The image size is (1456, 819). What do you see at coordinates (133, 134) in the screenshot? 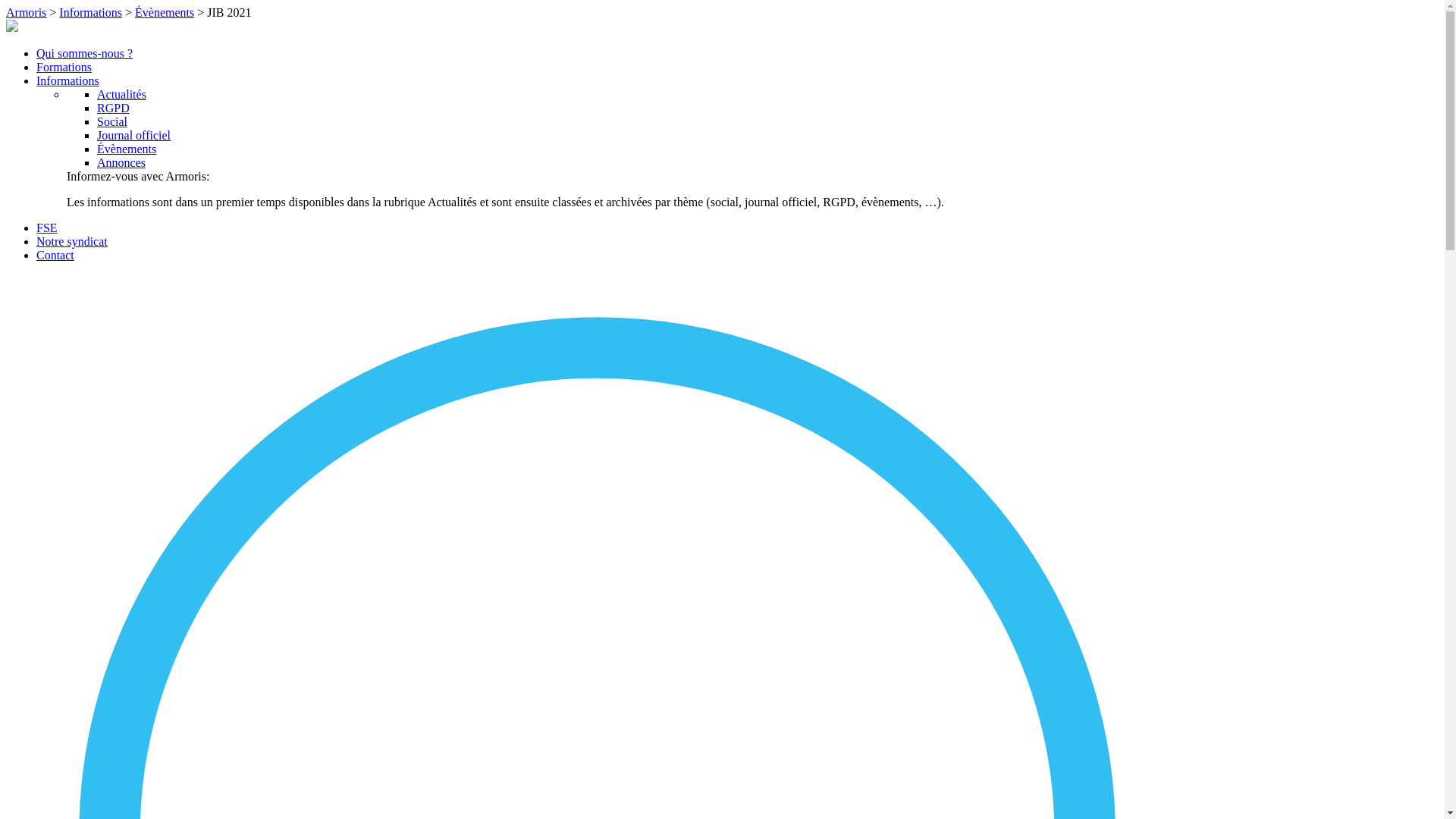
I see `'Journal officiel'` at bounding box center [133, 134].